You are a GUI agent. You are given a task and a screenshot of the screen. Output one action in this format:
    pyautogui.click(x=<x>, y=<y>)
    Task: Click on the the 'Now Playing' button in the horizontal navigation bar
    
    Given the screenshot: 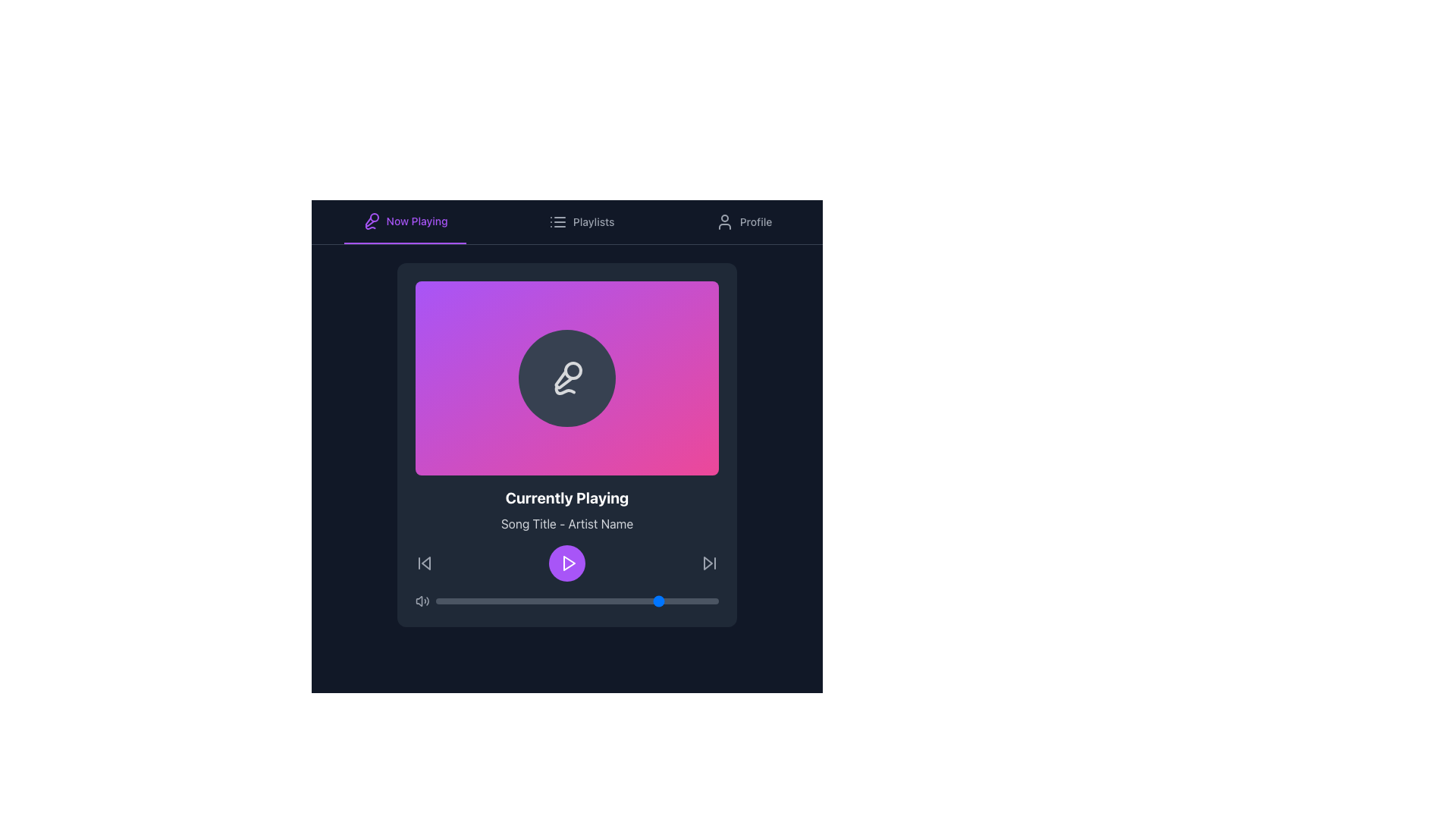 What is the action you would take?
    pyautogui.click(x=405, y=222)
    